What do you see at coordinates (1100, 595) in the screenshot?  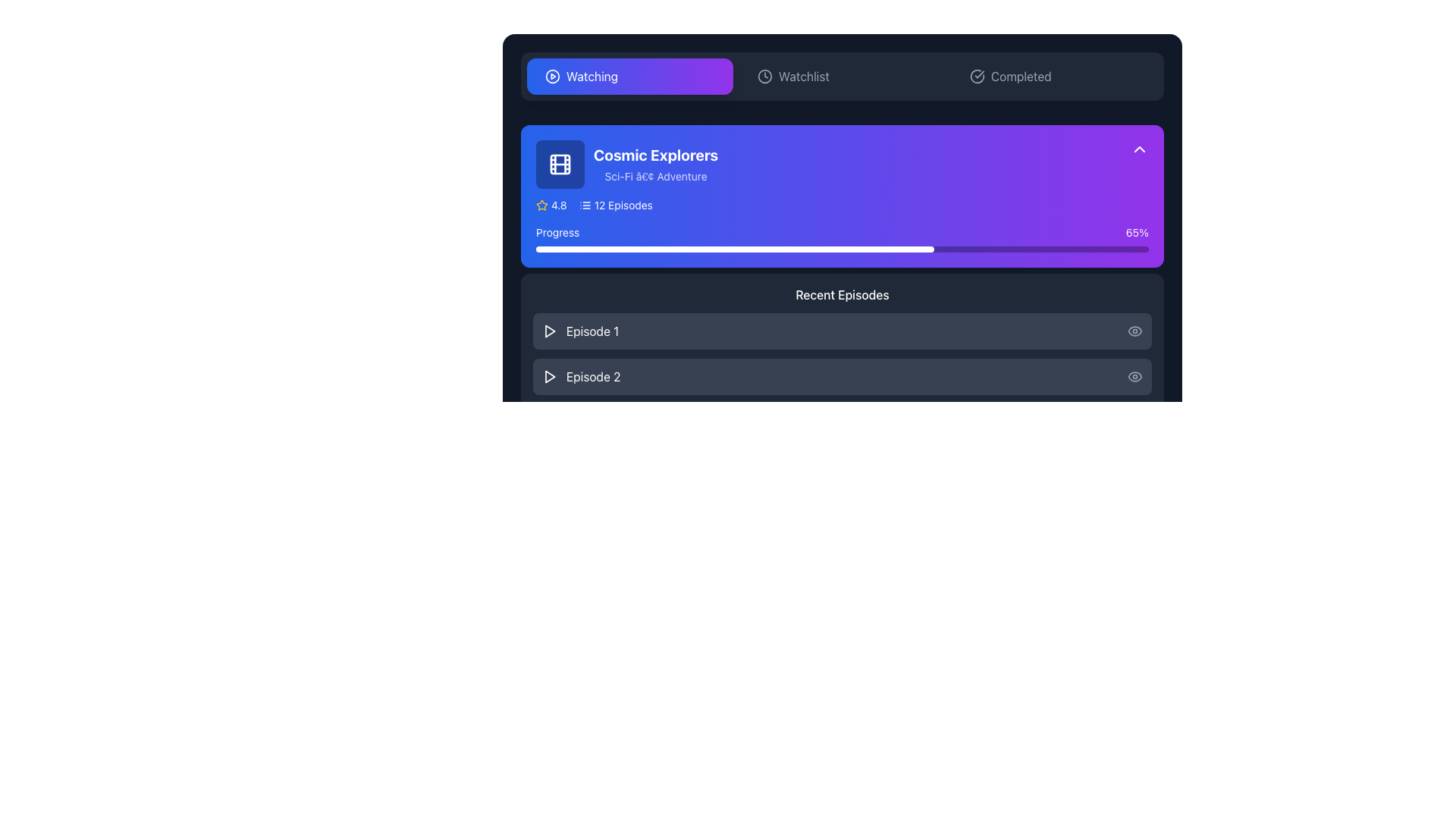 I see `the progress` at bounding box center [1100, 595].